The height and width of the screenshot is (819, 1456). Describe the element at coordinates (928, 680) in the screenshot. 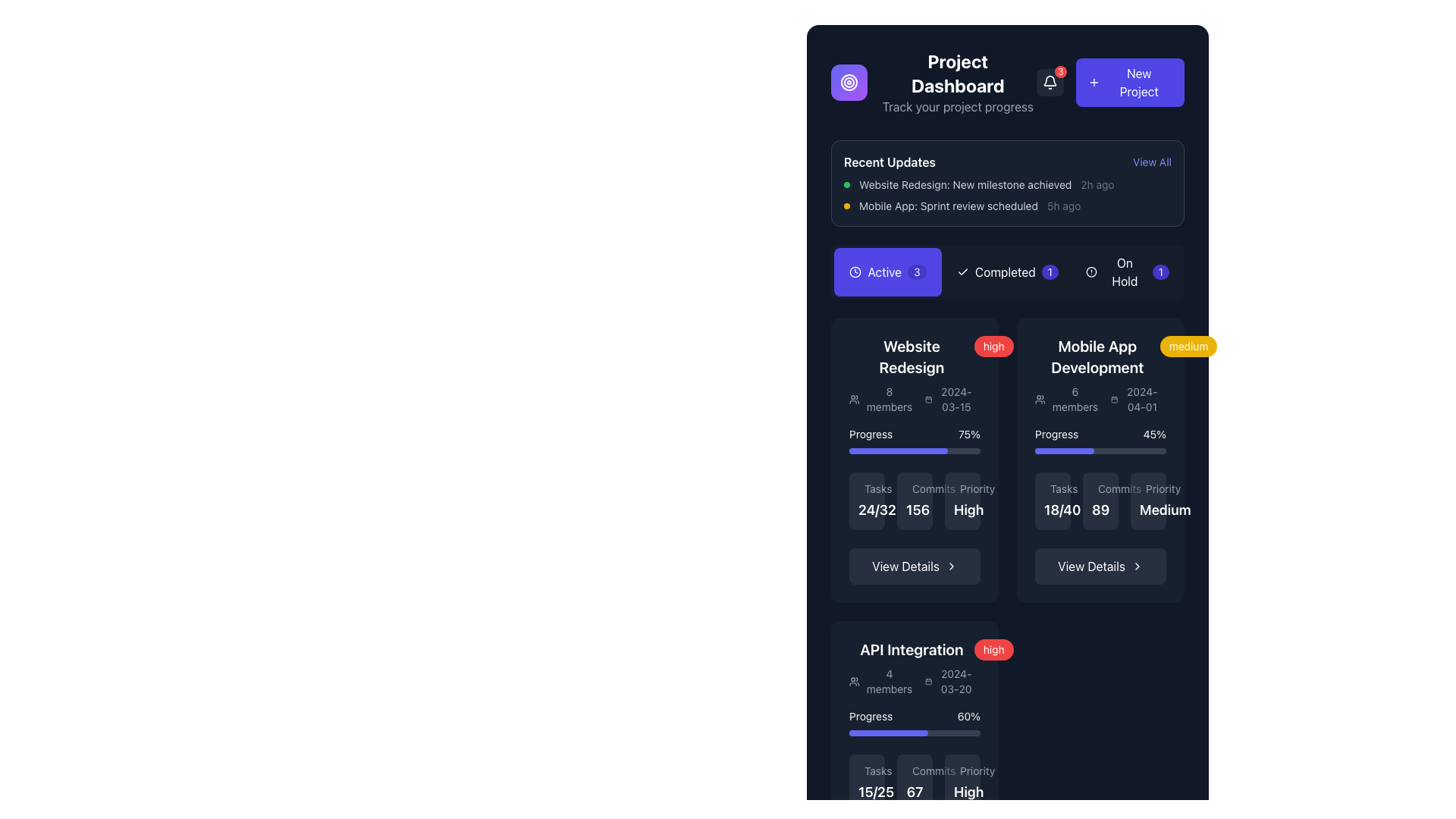

I see `the calendar icon located in the 'API Integration' section, which is positioned to the left of the date '2024-03-20' in the lower panel of the dashboard UI` at that location.